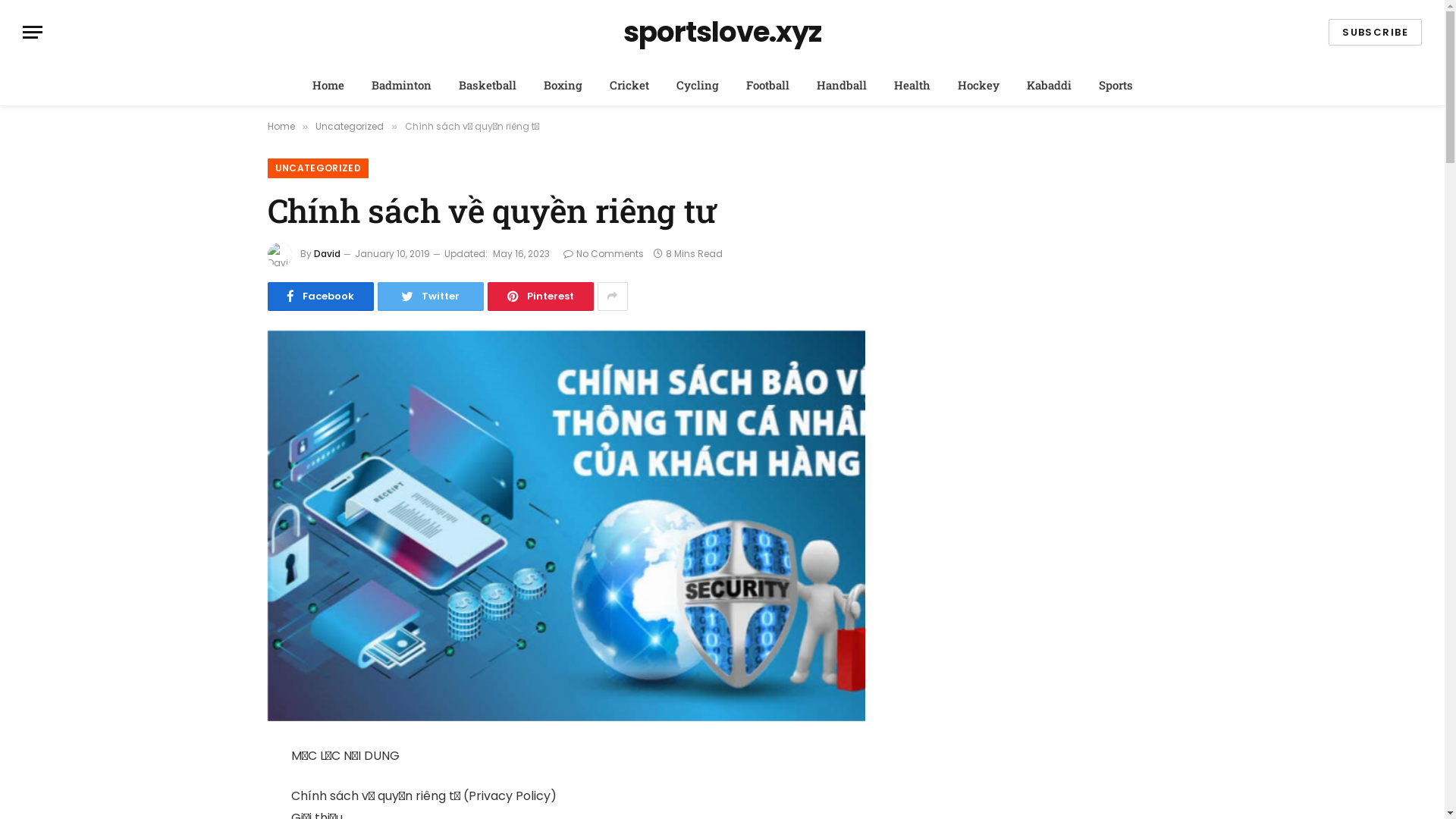 This screenshot has width=1456, height=819. What do you see at coordinates (1048, 84) in the screenshot?
I see `'Kabaddi'` at bounding box center [1048, 84].